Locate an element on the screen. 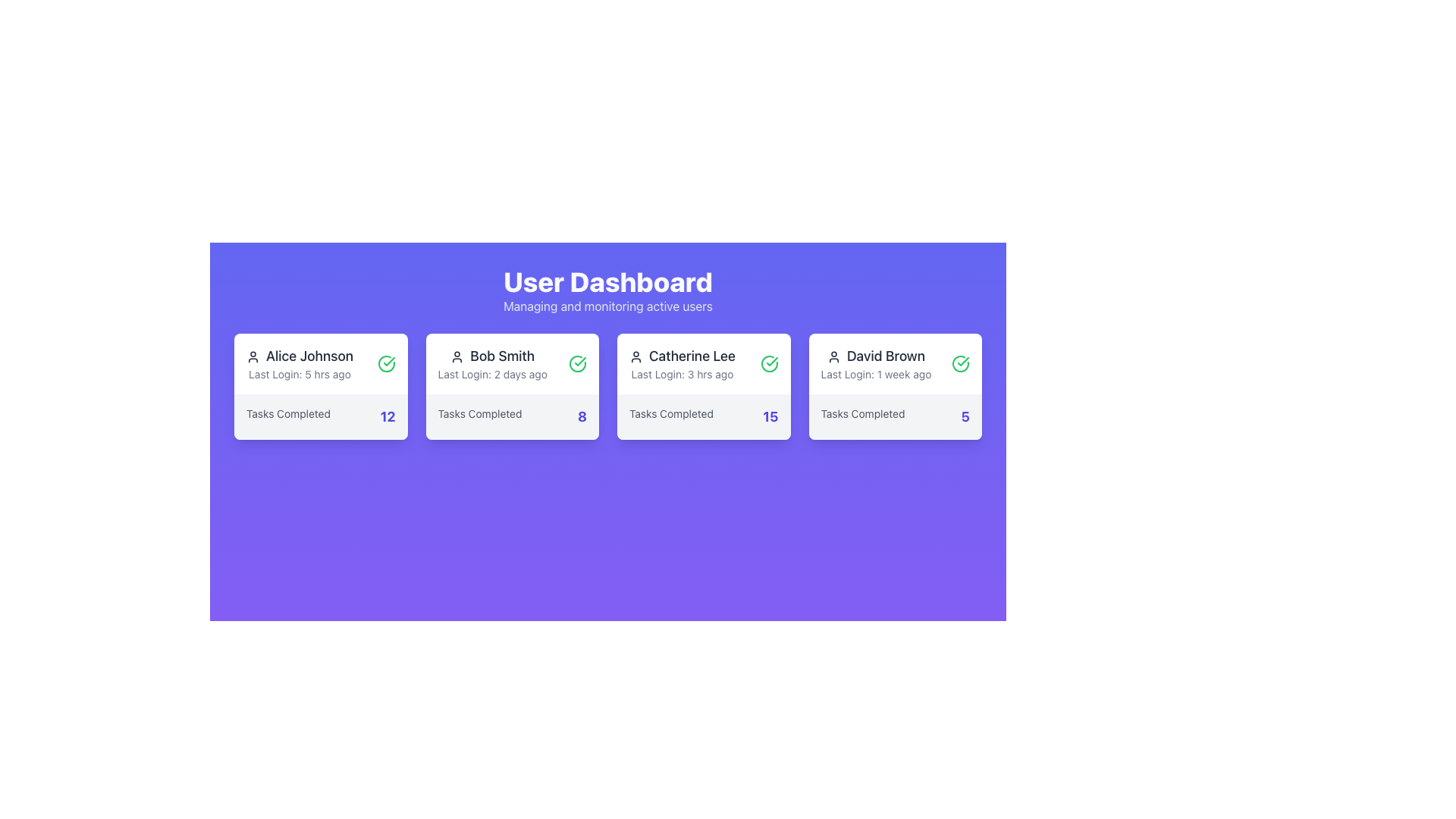 This screenshot has width=1456, height=819. the text display with the user profile icon that shows 'Bob Smith' and 'Last Login: 2 days ago' in the second card of the dashboard is located at coordinates (492, 363).